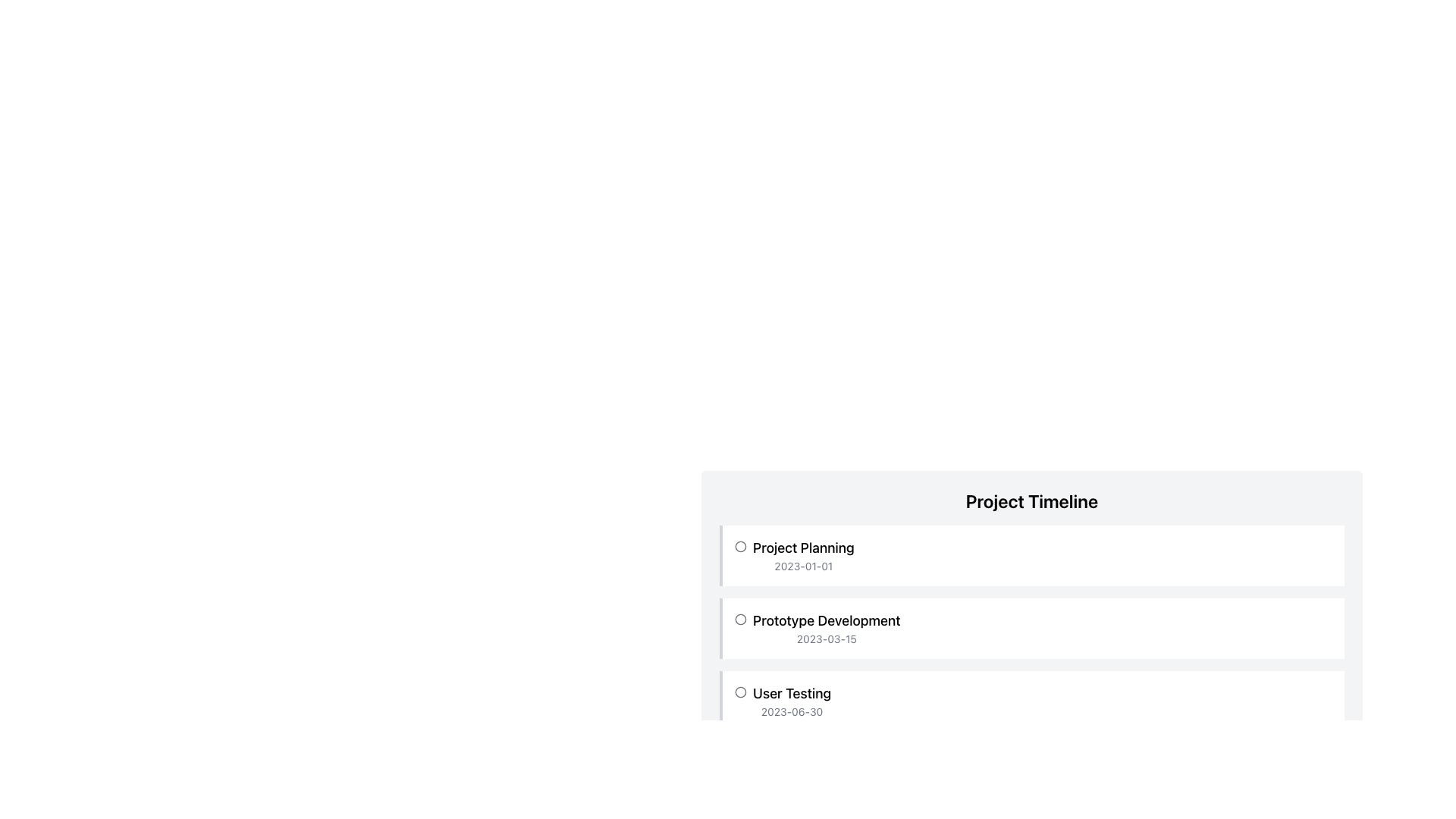  What do you see at coordinates (741, 555) in the screenshot?
I see `the small circular icon with a gray outline located next to the 'Project Planning' text in the 'Project Timeline' list` at bounding box center [741, 555].